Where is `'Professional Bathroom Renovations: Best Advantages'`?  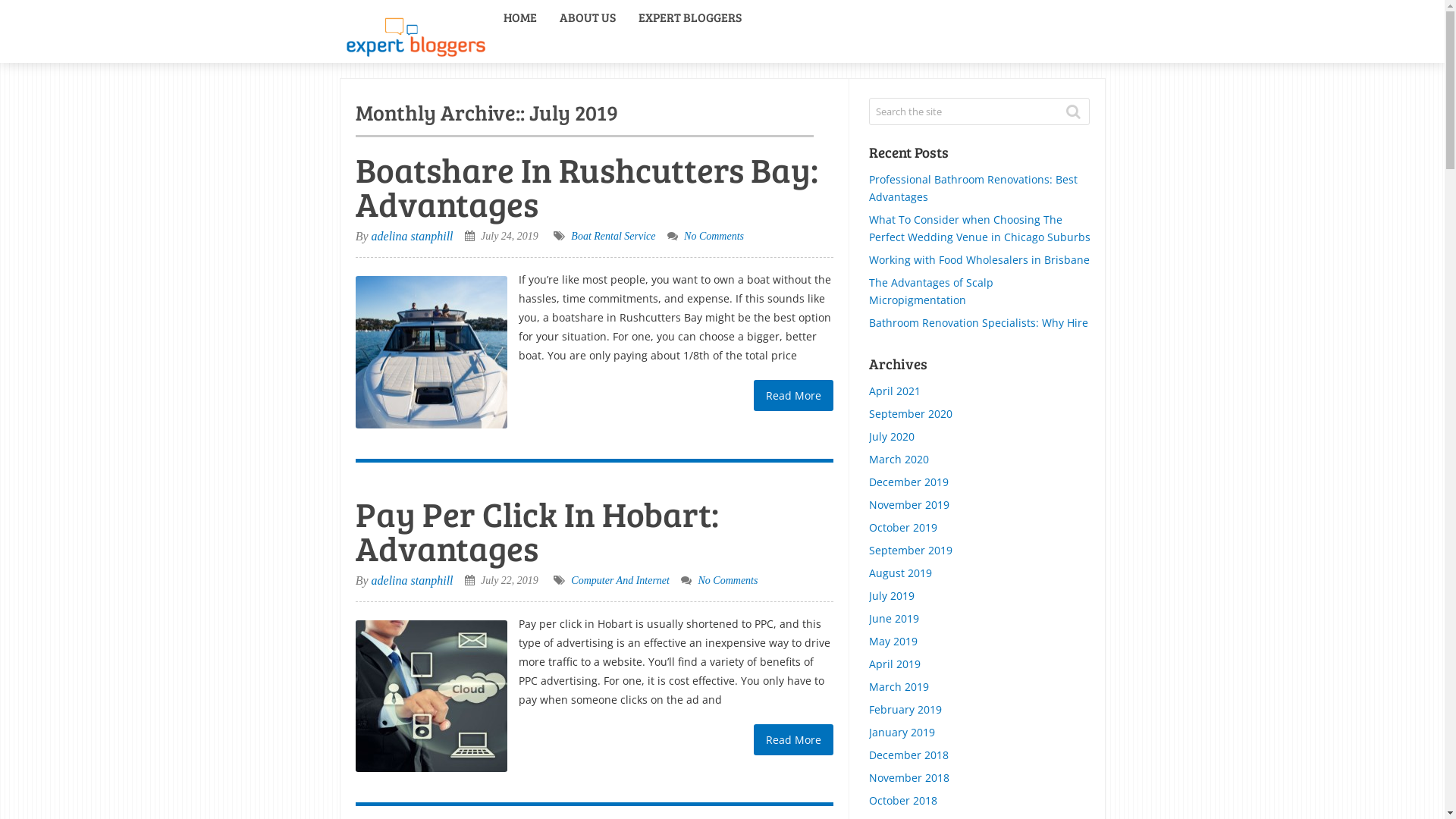 'Professional Bathroom Renovations: Best Advantages' is located at coordinates (973, 187).